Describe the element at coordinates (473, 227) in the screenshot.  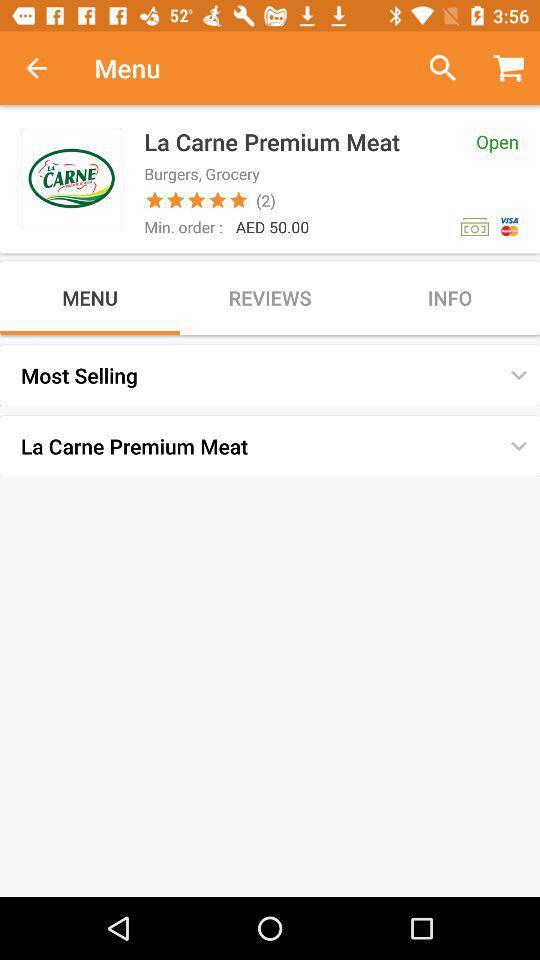
I see `icon left to visa icon on right side` at that location.